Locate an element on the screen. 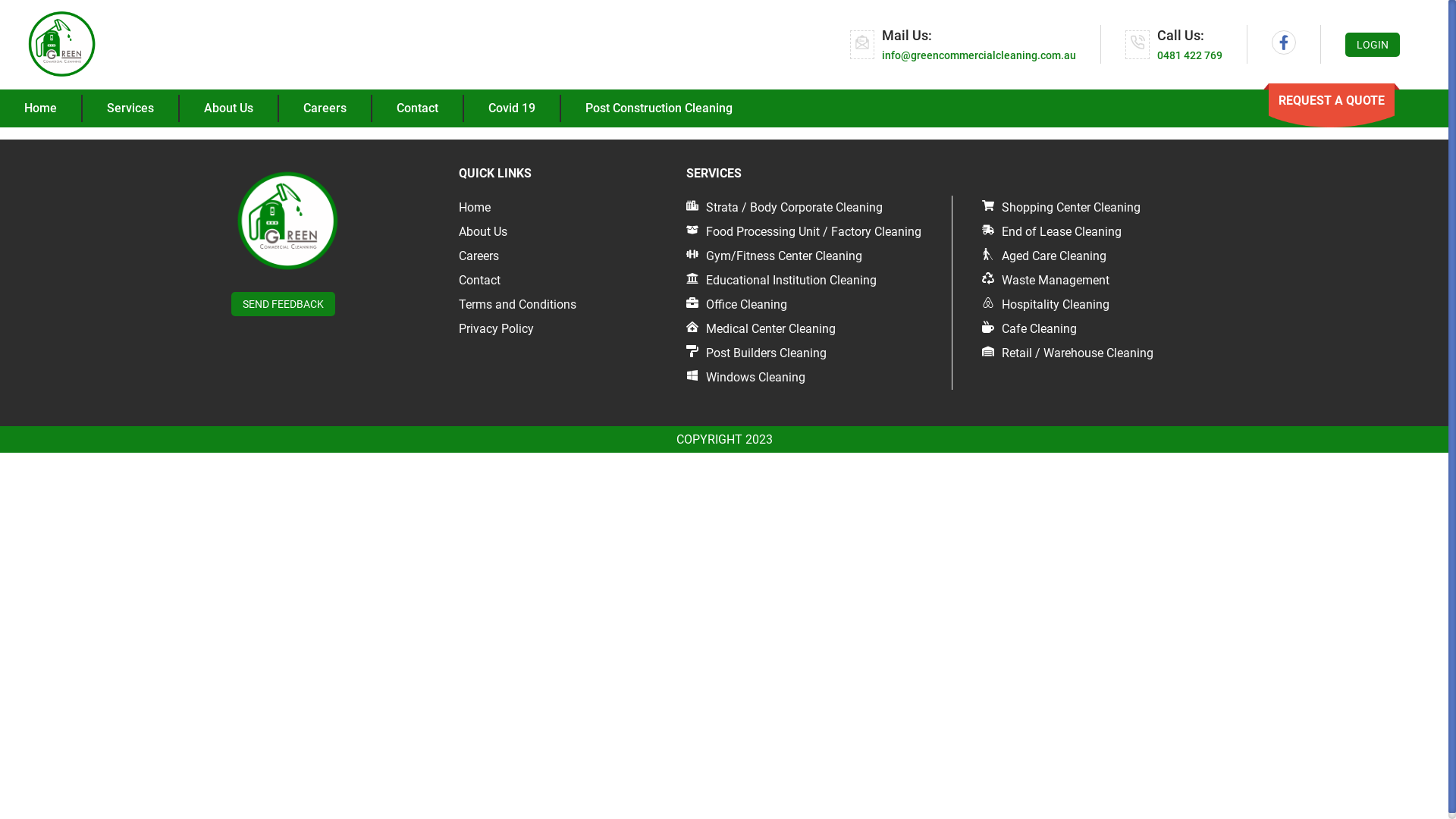  'Terms and Conditions' is located at coordinates (517, 304).